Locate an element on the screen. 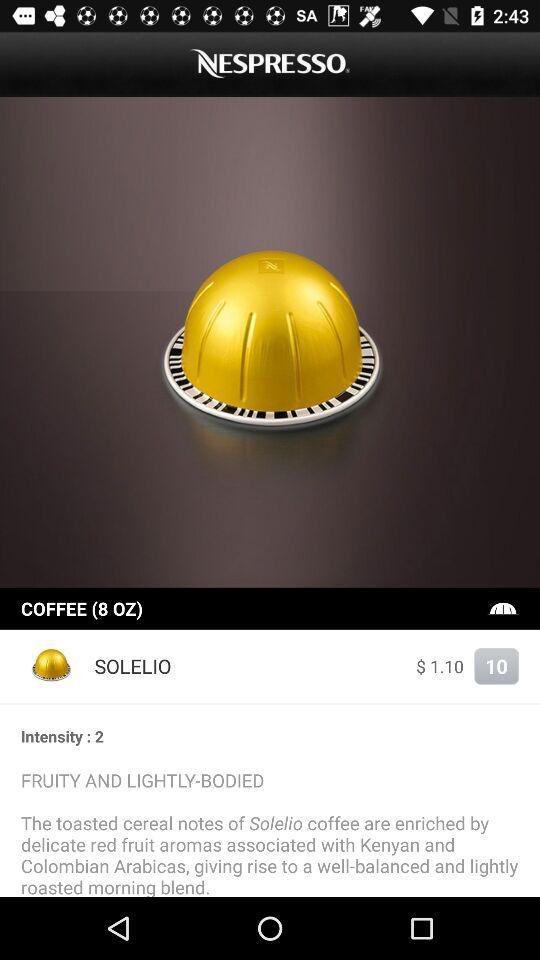 The width and height of the screenshot is (540, 960). item to the right of the solelio icon is located at coordinates (440, 666).